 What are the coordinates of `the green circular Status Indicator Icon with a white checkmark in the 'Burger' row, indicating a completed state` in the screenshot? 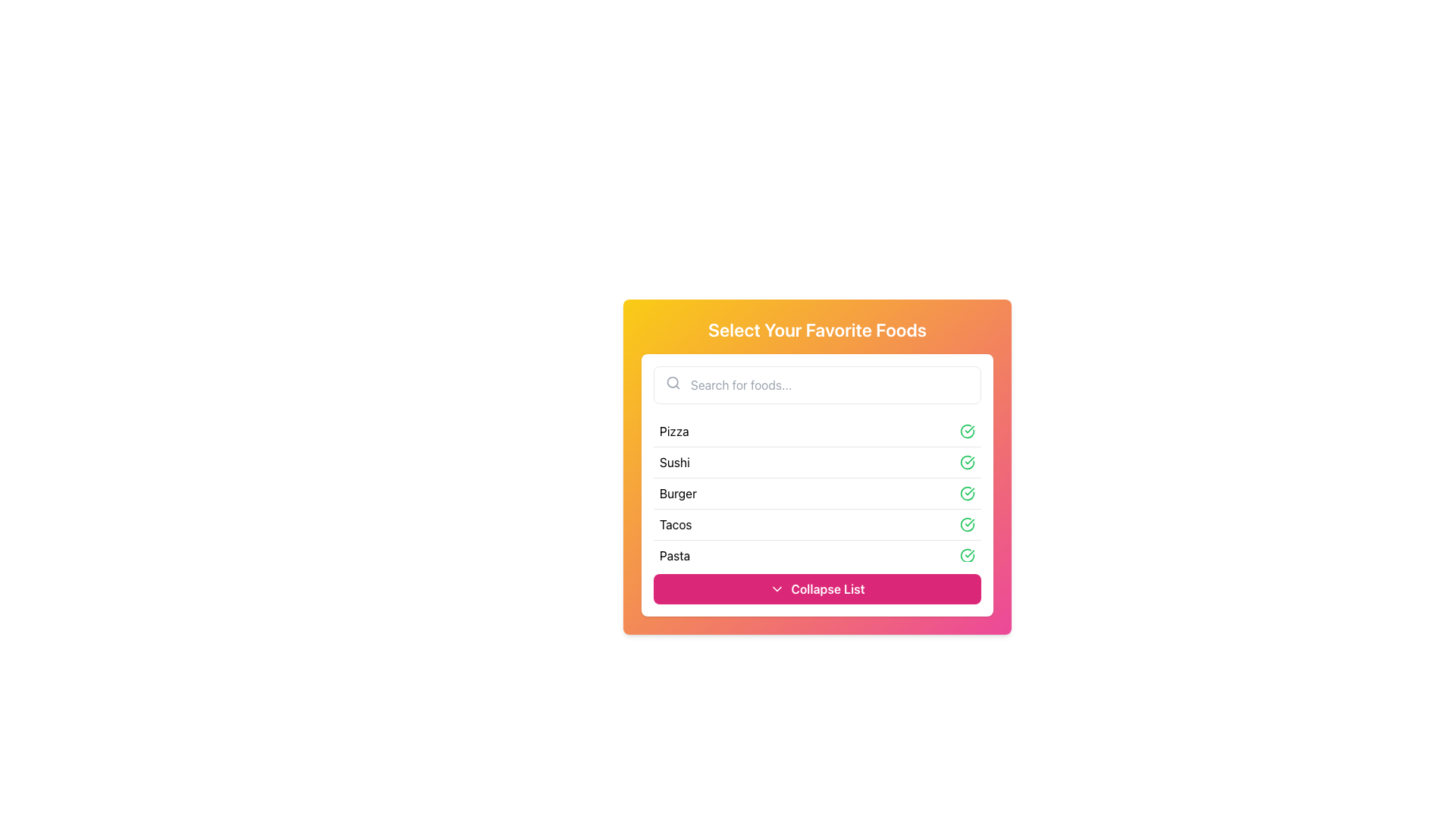 It's located at (967, 494).